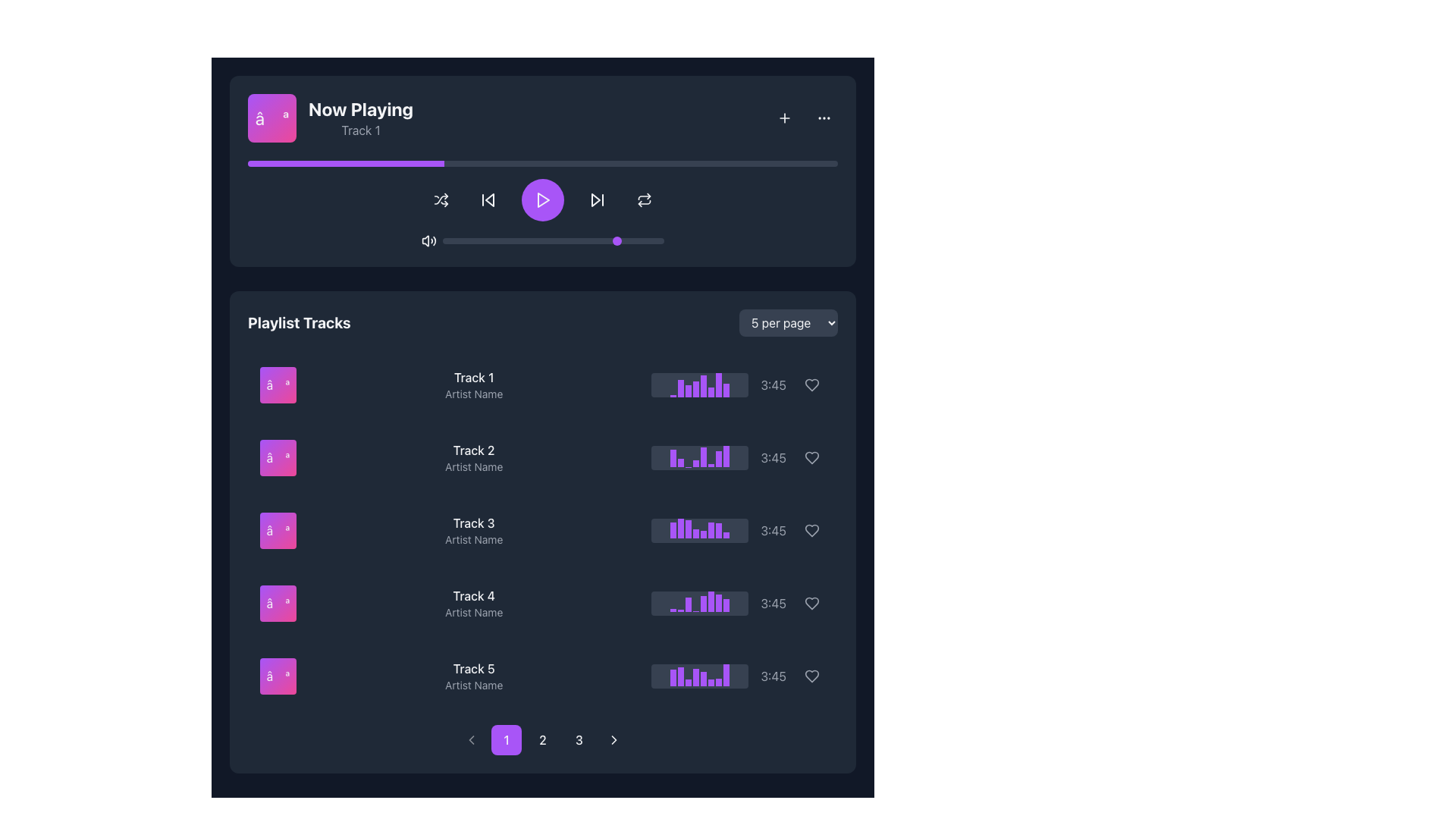 This screenshot has height=819, width=1456. What do you see at coordinates (542, 171) in the screenshot?
I see `the play button in the Now-Playing Section` at bounding box center [542, 171].